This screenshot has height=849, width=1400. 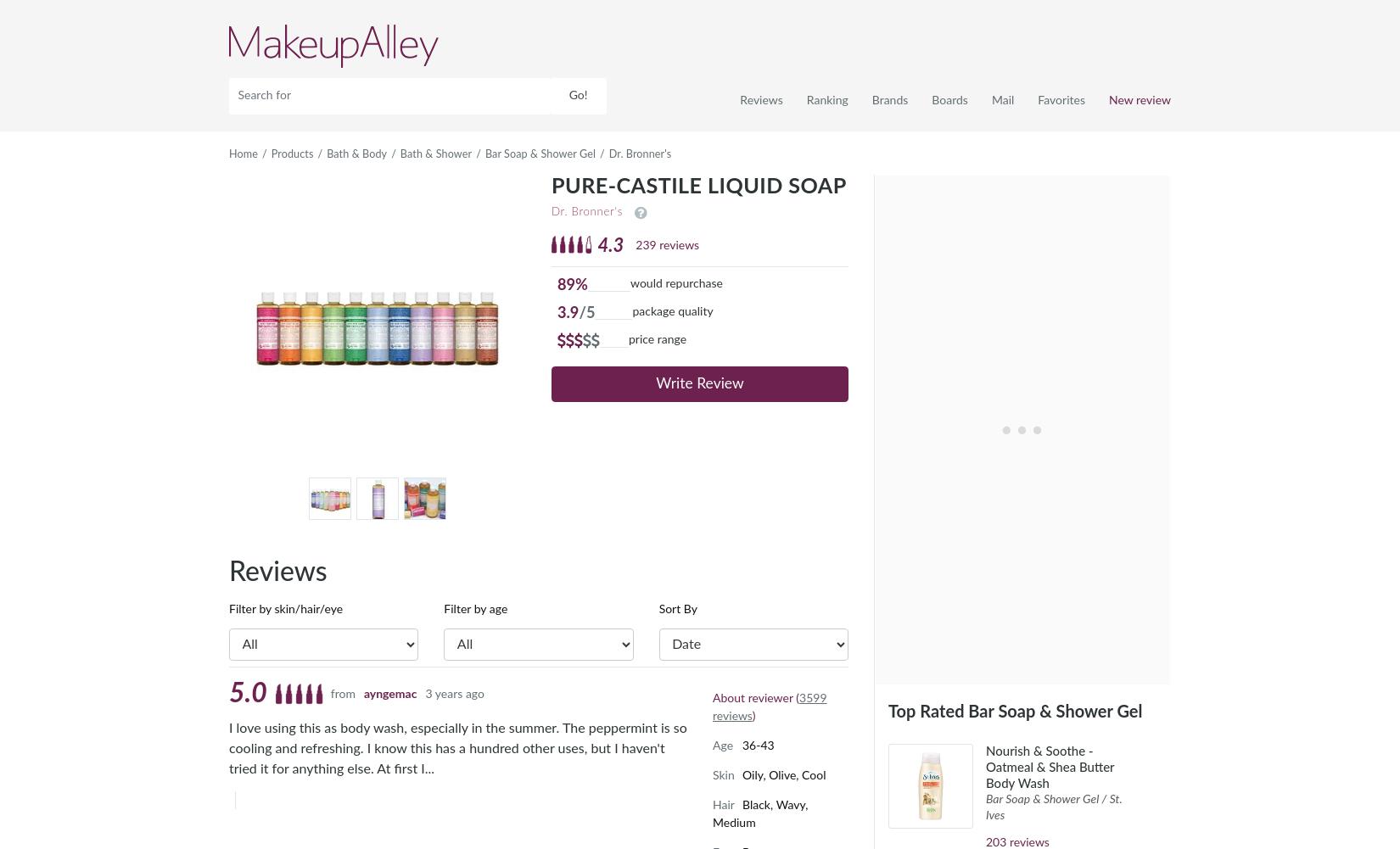 What do you see at coordinates (723, 804) in the screenshot?
I see `'Hair'` at bounding box center [723, 804].